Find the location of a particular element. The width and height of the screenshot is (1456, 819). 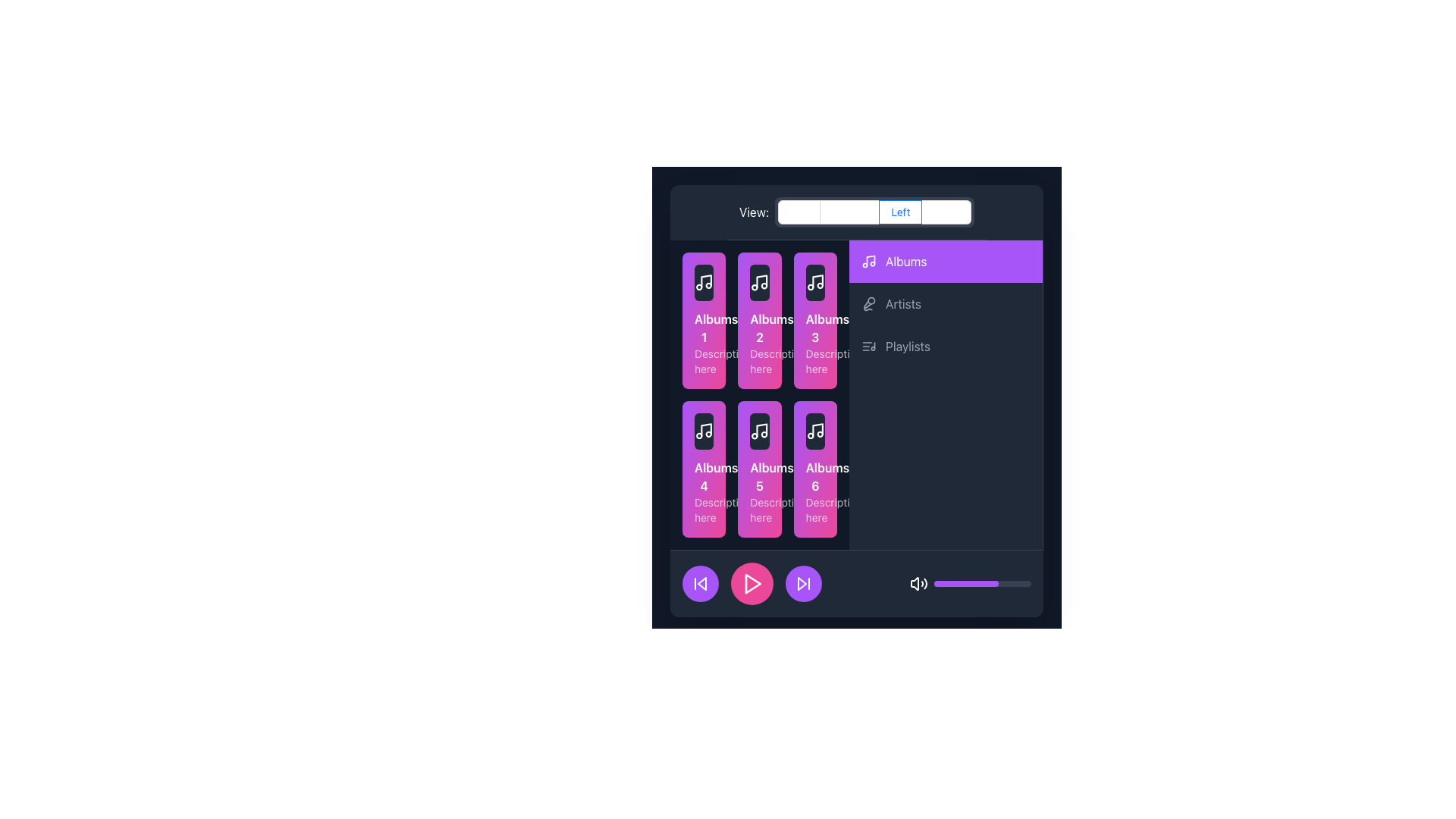

the 'Left' radio button, which is the third button in a group of four radio buttons labeled 'Top', 'Bottom', 'Left', and 'Right' is located at coordinates (901, 212).